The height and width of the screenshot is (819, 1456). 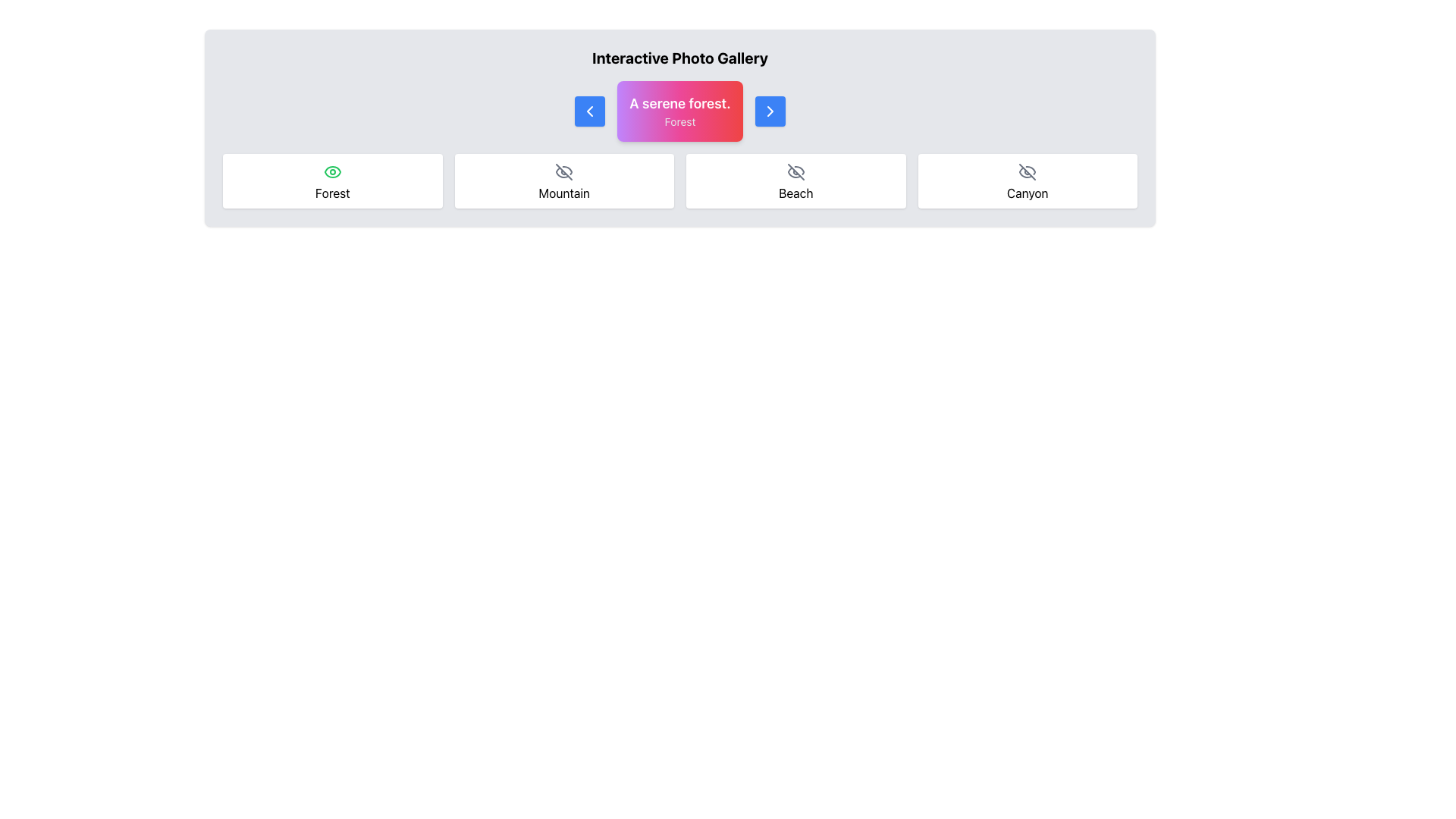 I want to click on the visibility toggle button with an eye icon and a slash, located within the 'Beach' card, so click(x=795, y=171).